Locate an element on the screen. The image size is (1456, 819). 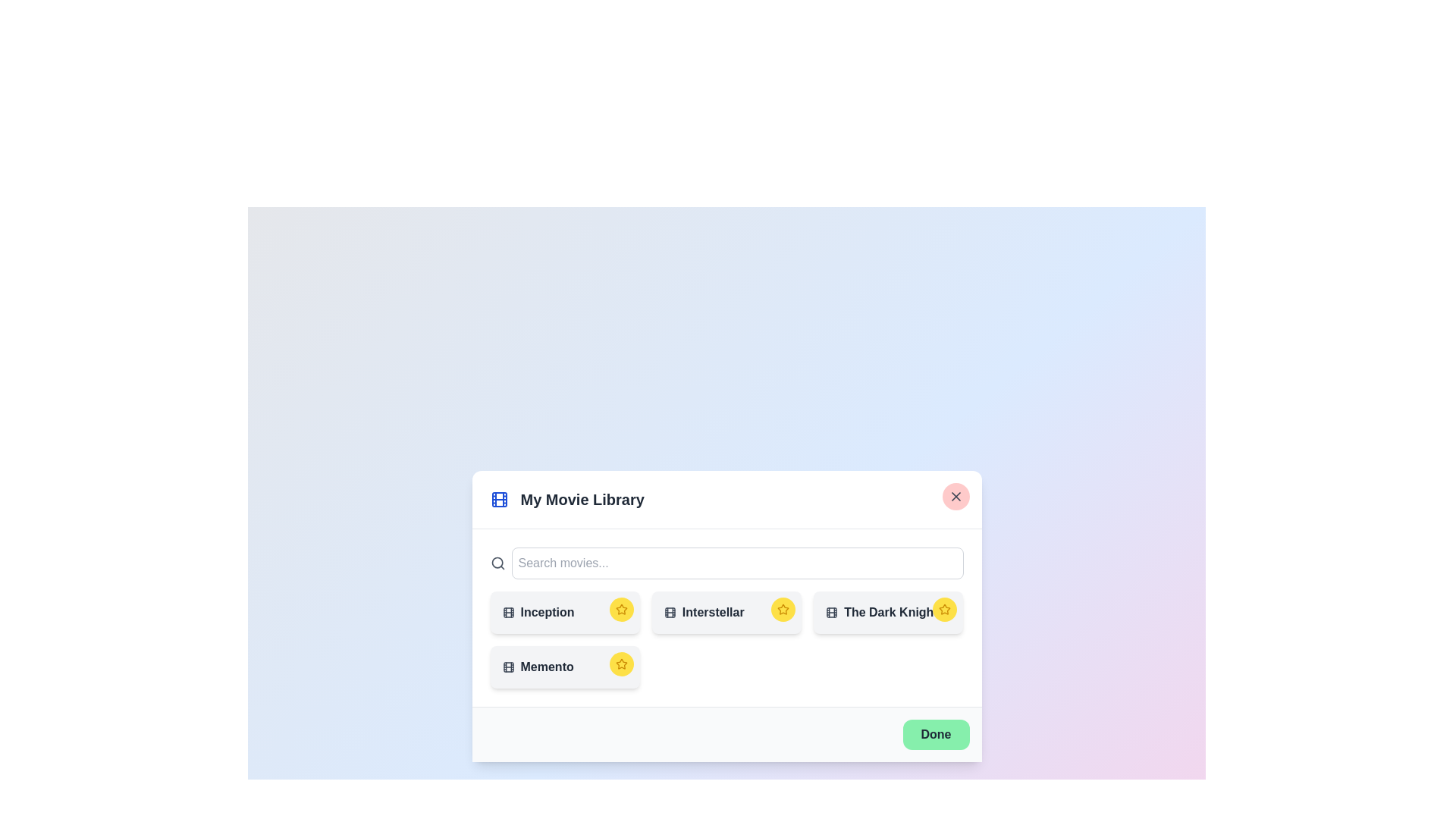
the 'Memento' card, which is a rectangular card with rounded corners, light gray background, and contains the label styled in bold dark gray text is located at coordinates (564, 666).